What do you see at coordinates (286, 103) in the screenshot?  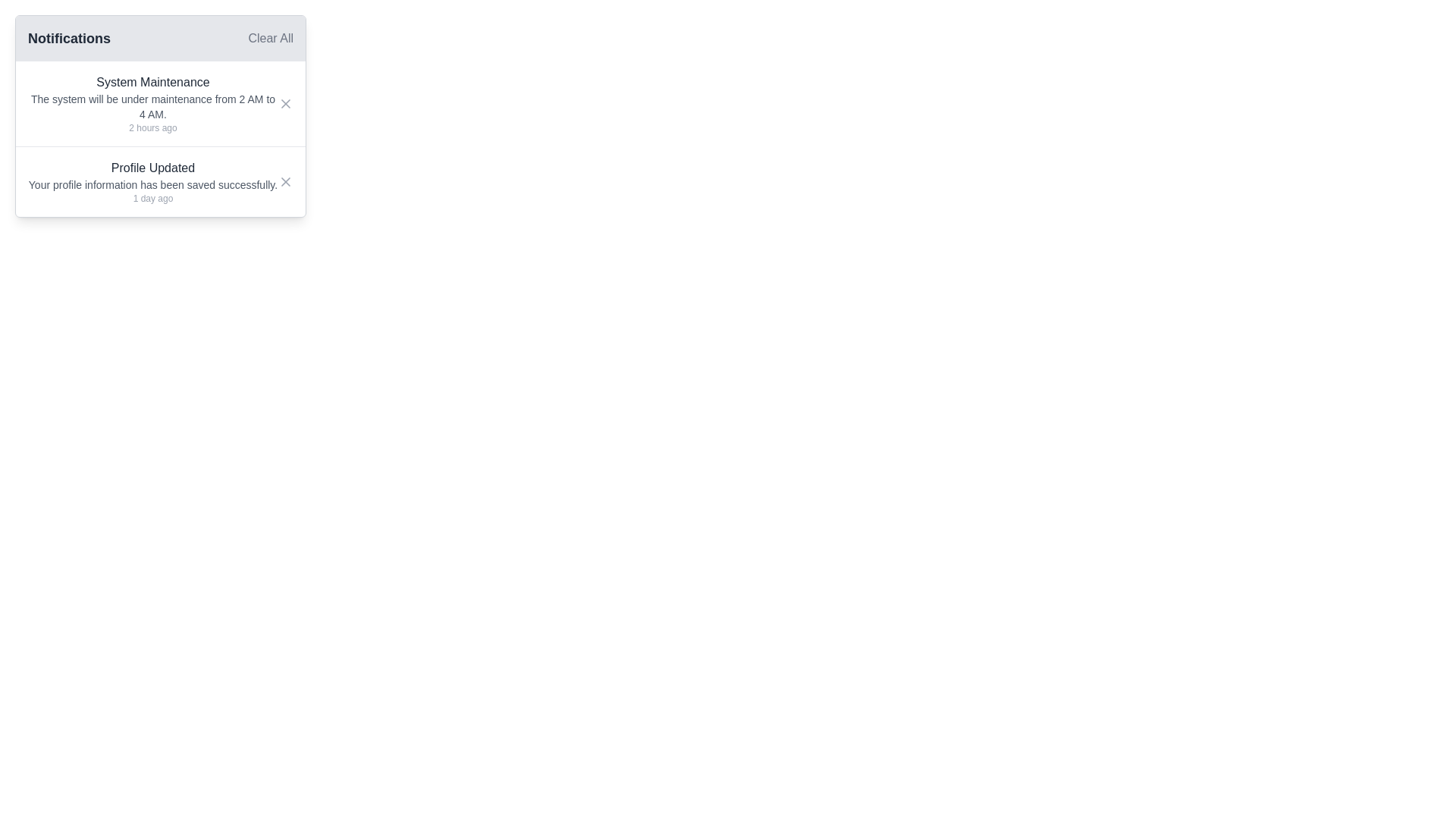 I see `the dismiss icon shaped like an 'X' located in the top-right corner of the 'System Maintenance' notification` at bounding box center [286, 103].